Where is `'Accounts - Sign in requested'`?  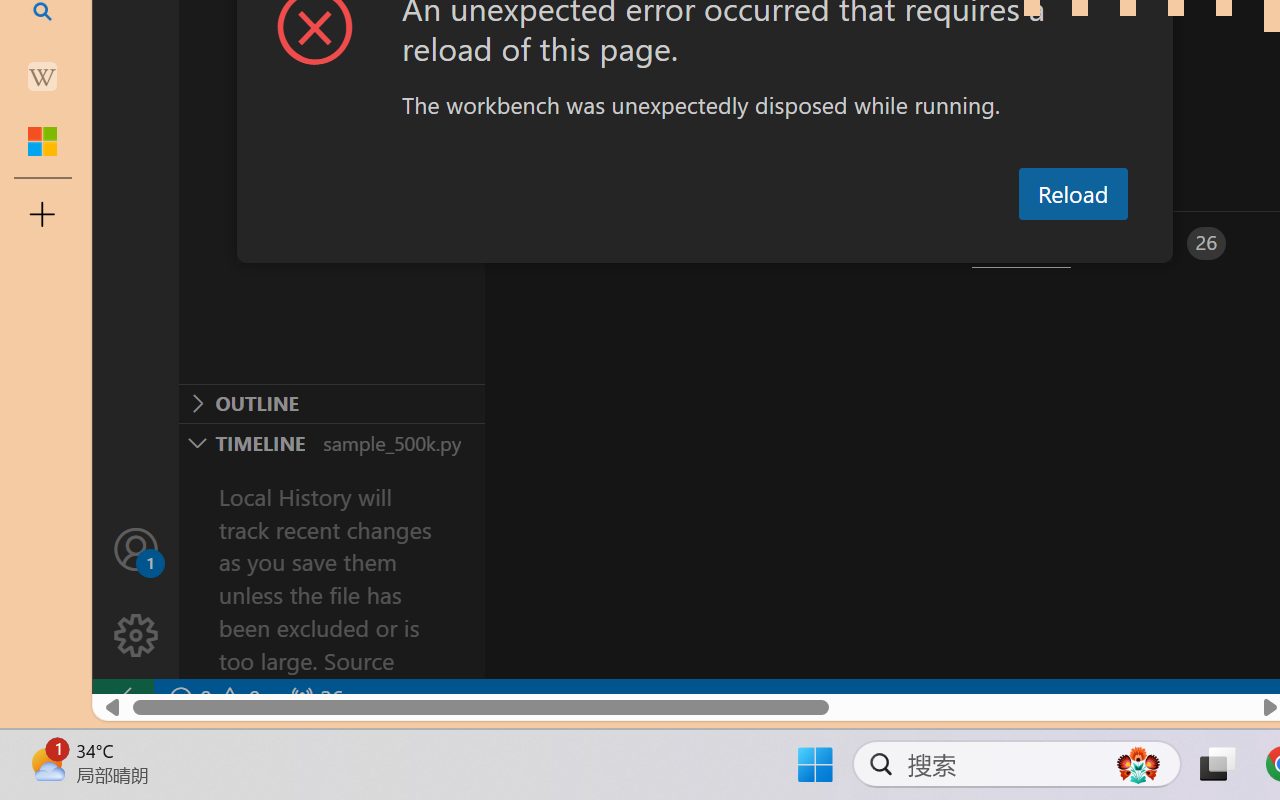 'Accounts - Sign in requested' is located at coordinates (134, 548).